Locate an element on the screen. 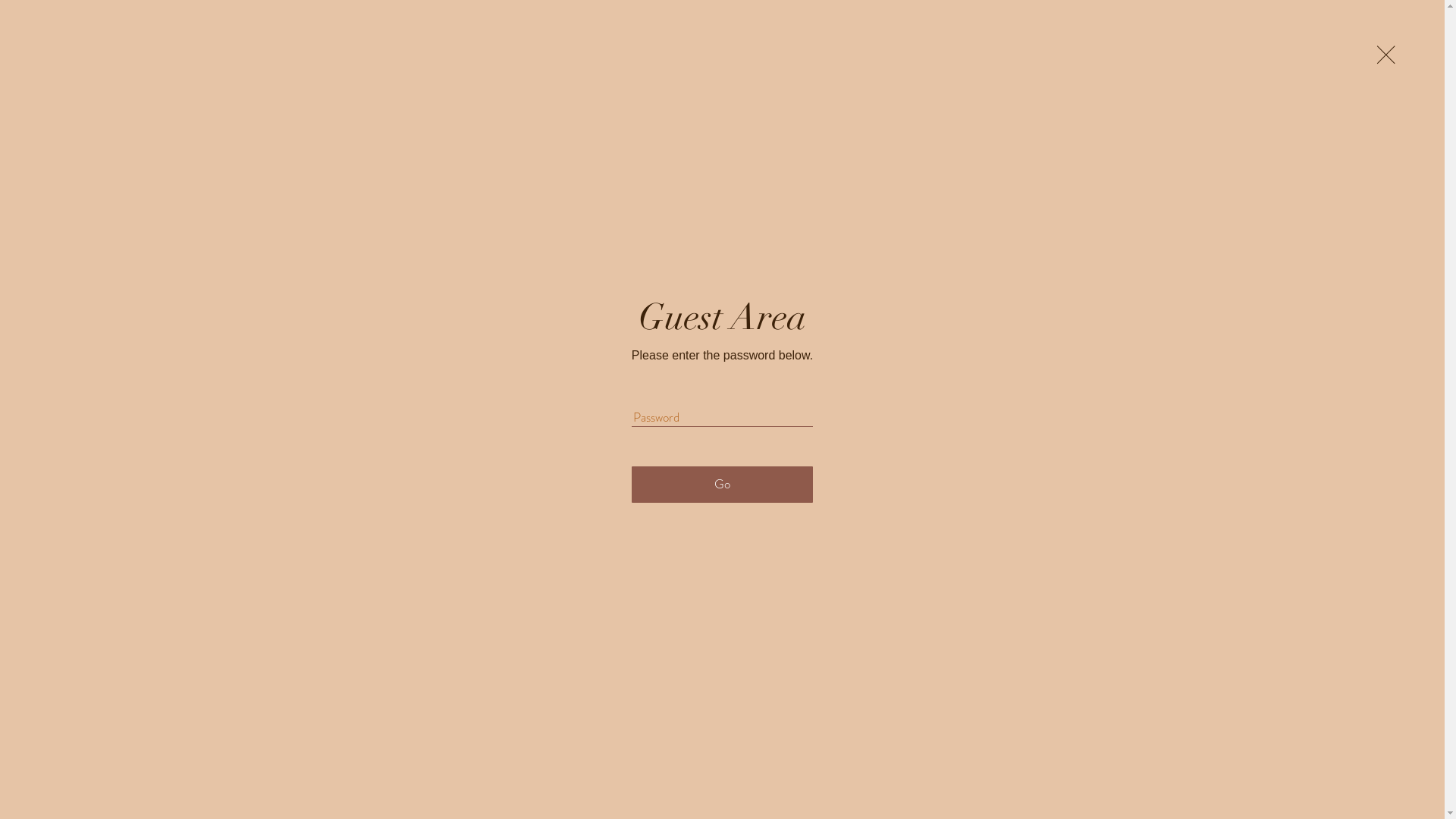 The height and width of the screenshot is (819, 1456). 'Go' is located at coordinates (632, 485).